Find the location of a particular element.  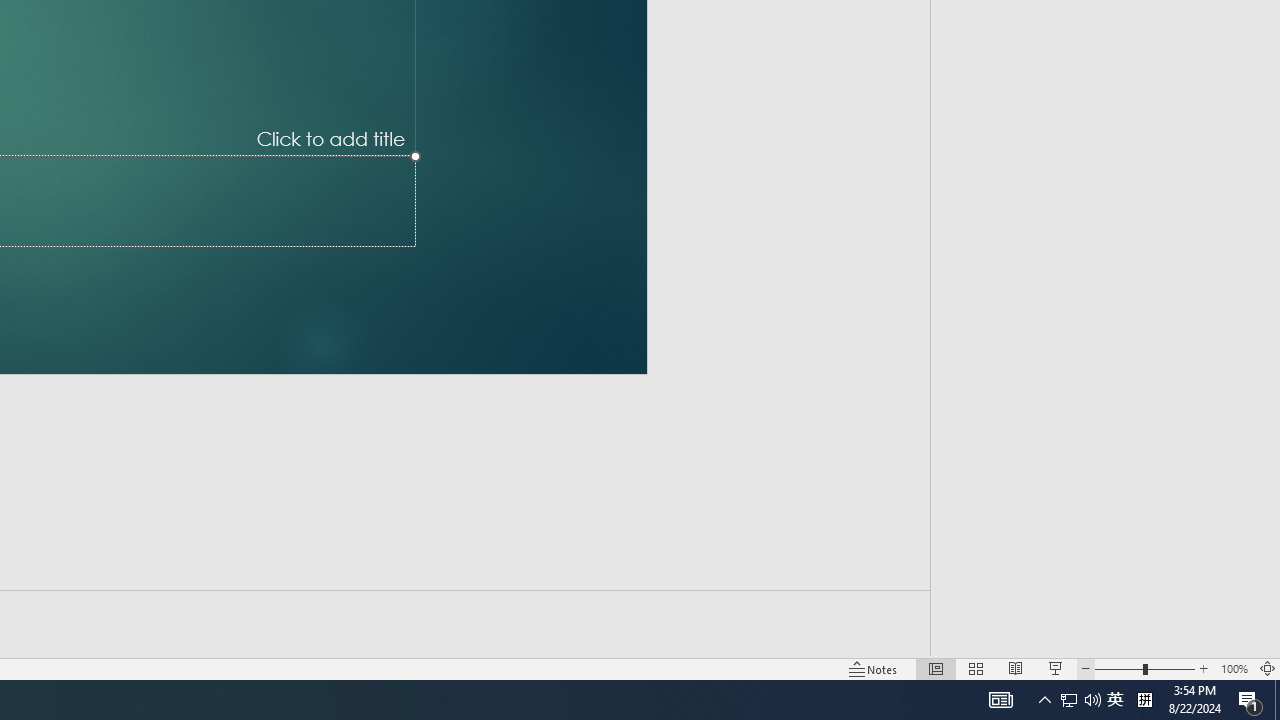

'Zoom Out' is located at coordinates (1117, 669).